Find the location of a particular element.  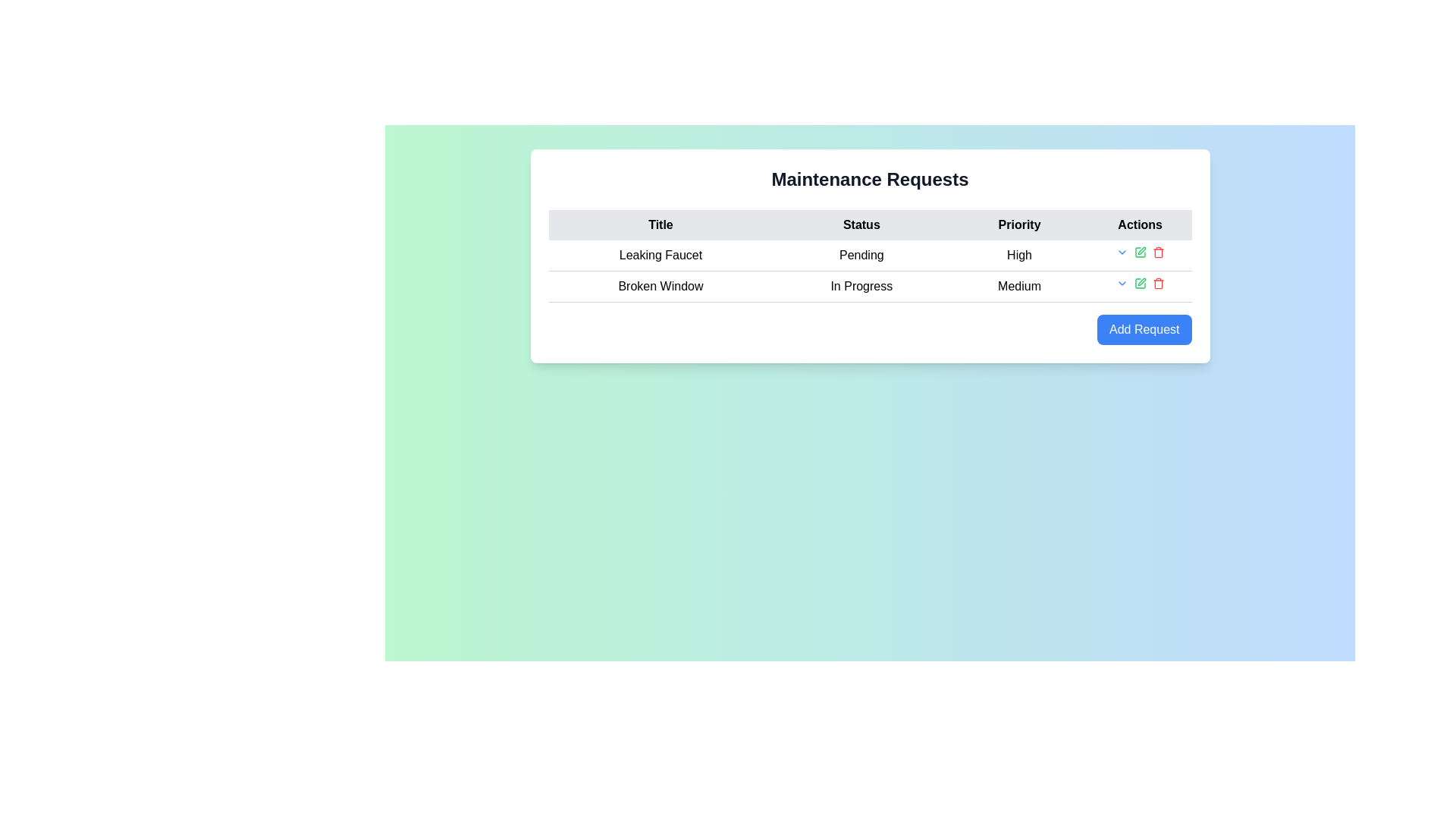

the text element displaying the status of a maintenance request, located in the second cell of the first row under the 'Status' column in the table is located at coordinates (861, 255).